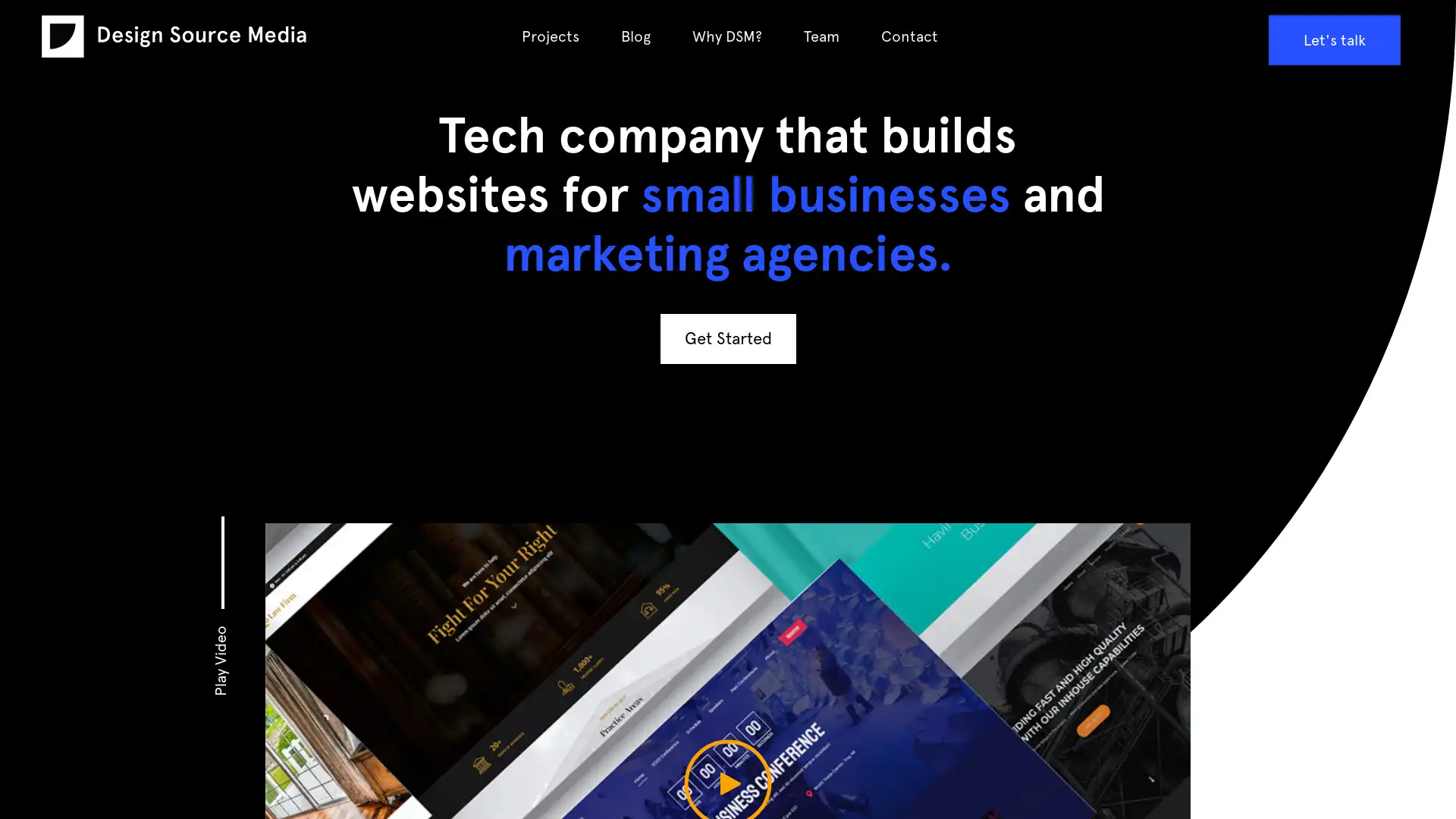  What do you see at coordinates (726, 337) in the screenshot?
I see `Get Started` at bounding box center [726, 337].